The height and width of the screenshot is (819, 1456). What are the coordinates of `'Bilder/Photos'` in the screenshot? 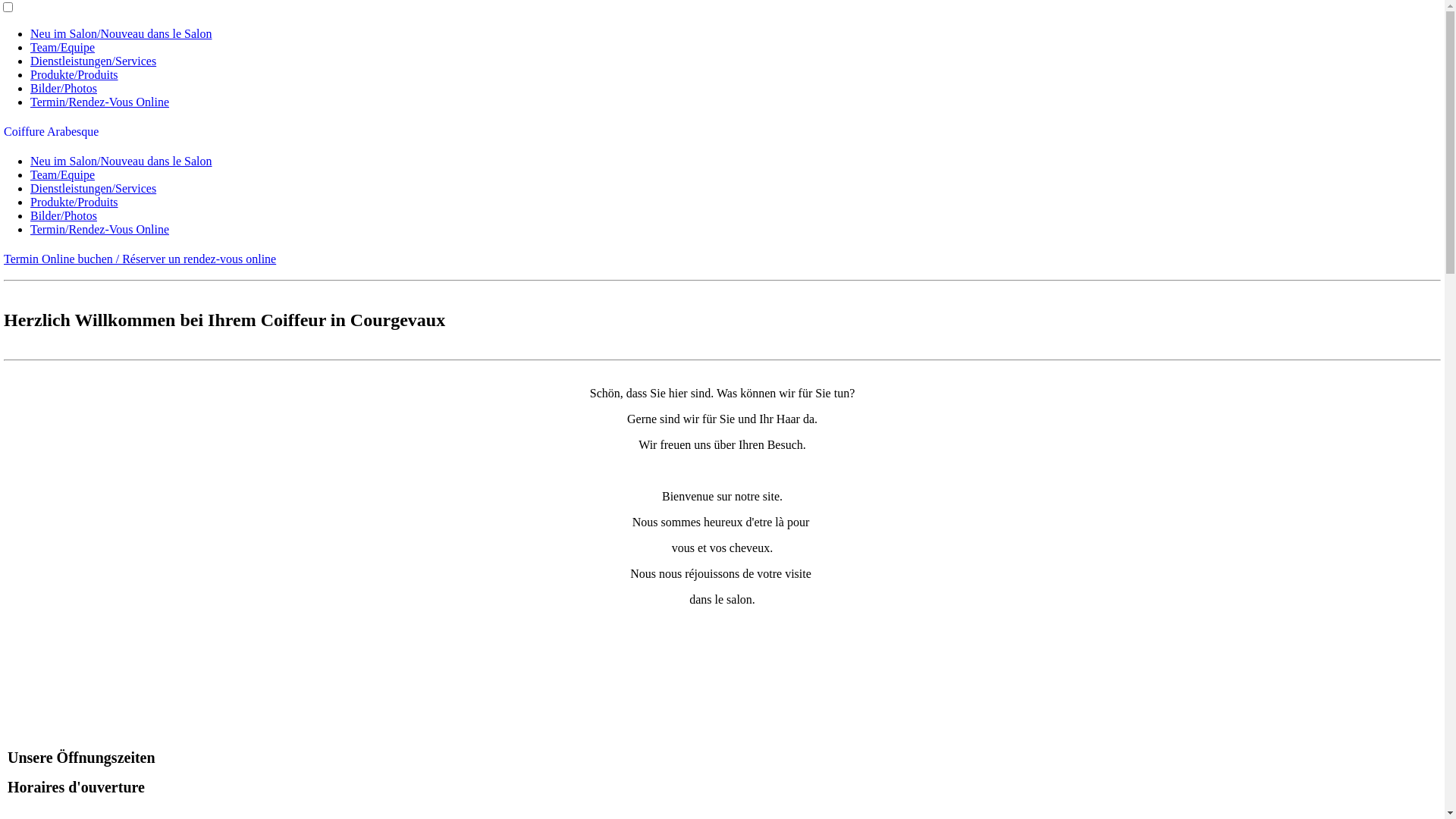 It's located at (62, 88).